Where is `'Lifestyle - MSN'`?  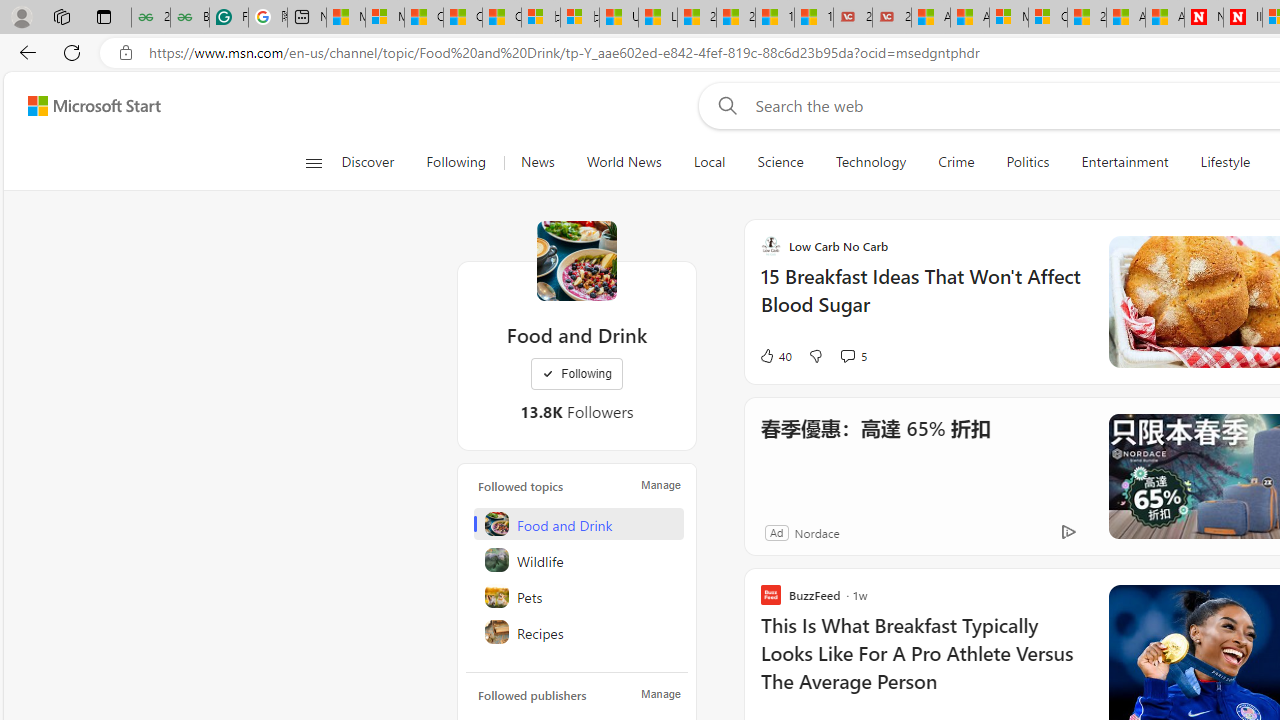 'Lifestyle - MSN' is located at coordinates (657, 17).